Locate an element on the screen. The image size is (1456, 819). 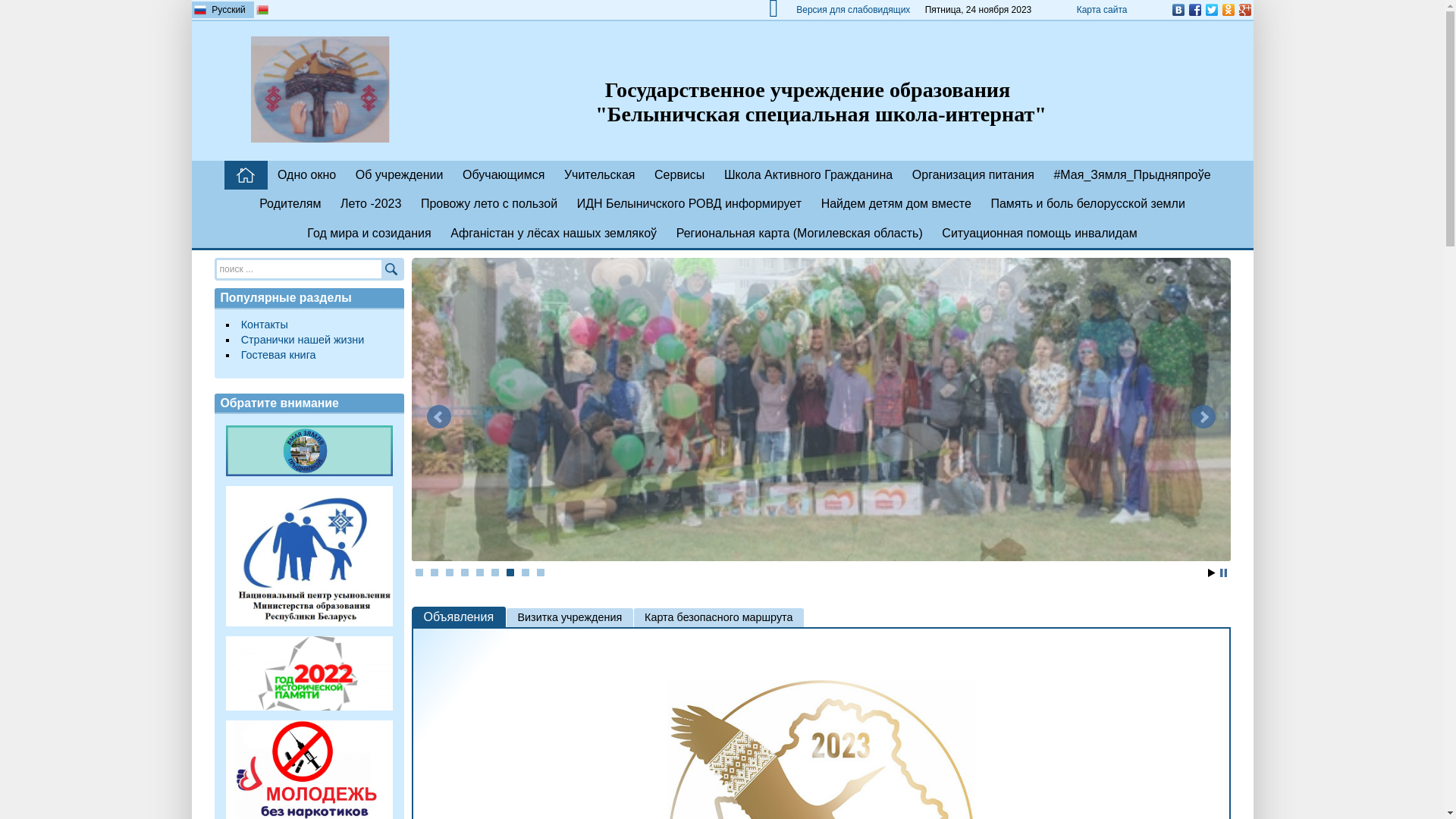
'3' is located at coordinates (449, 573).